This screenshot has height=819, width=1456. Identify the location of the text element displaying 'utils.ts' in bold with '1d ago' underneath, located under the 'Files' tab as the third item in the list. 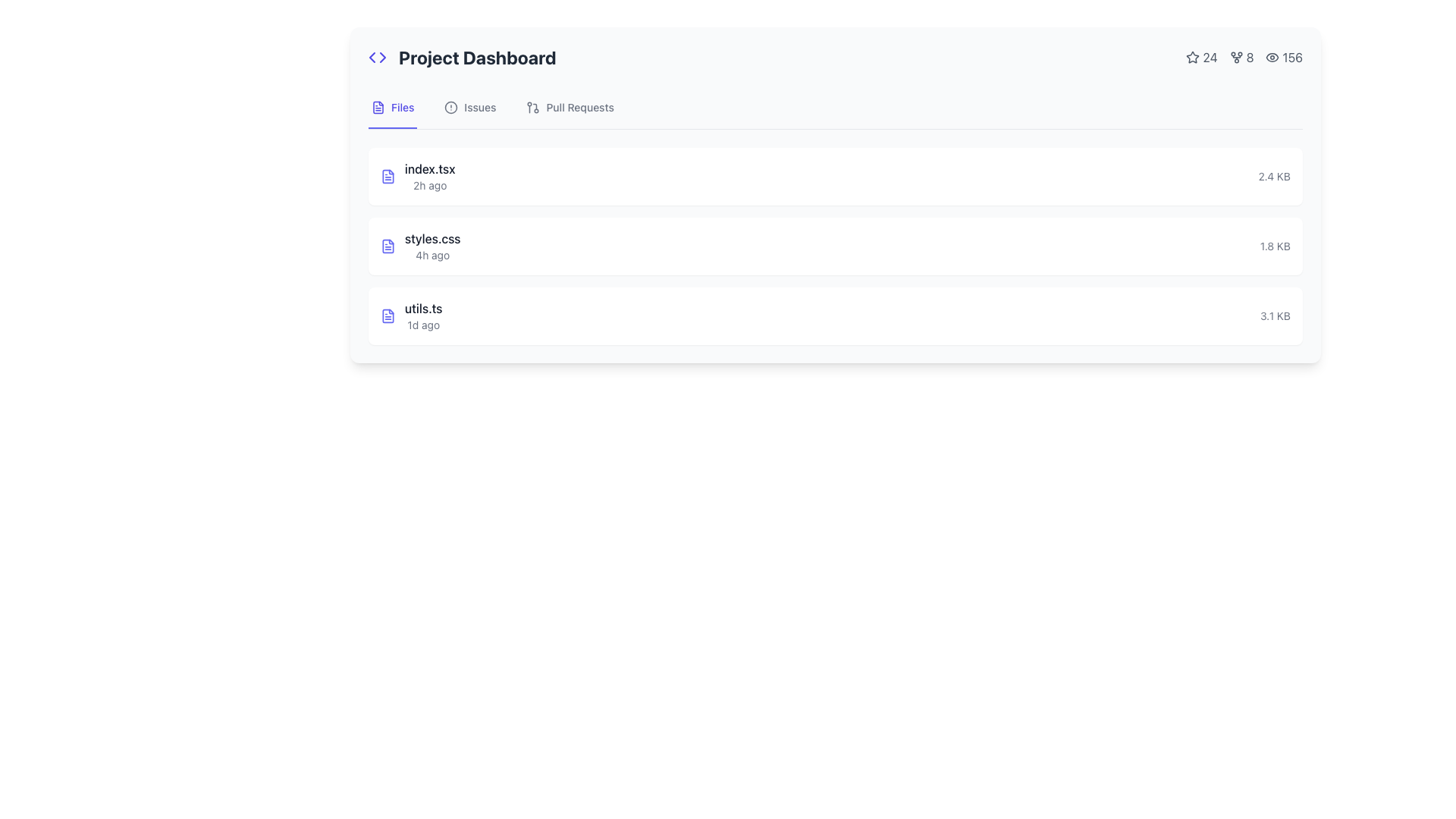
(423, 315).